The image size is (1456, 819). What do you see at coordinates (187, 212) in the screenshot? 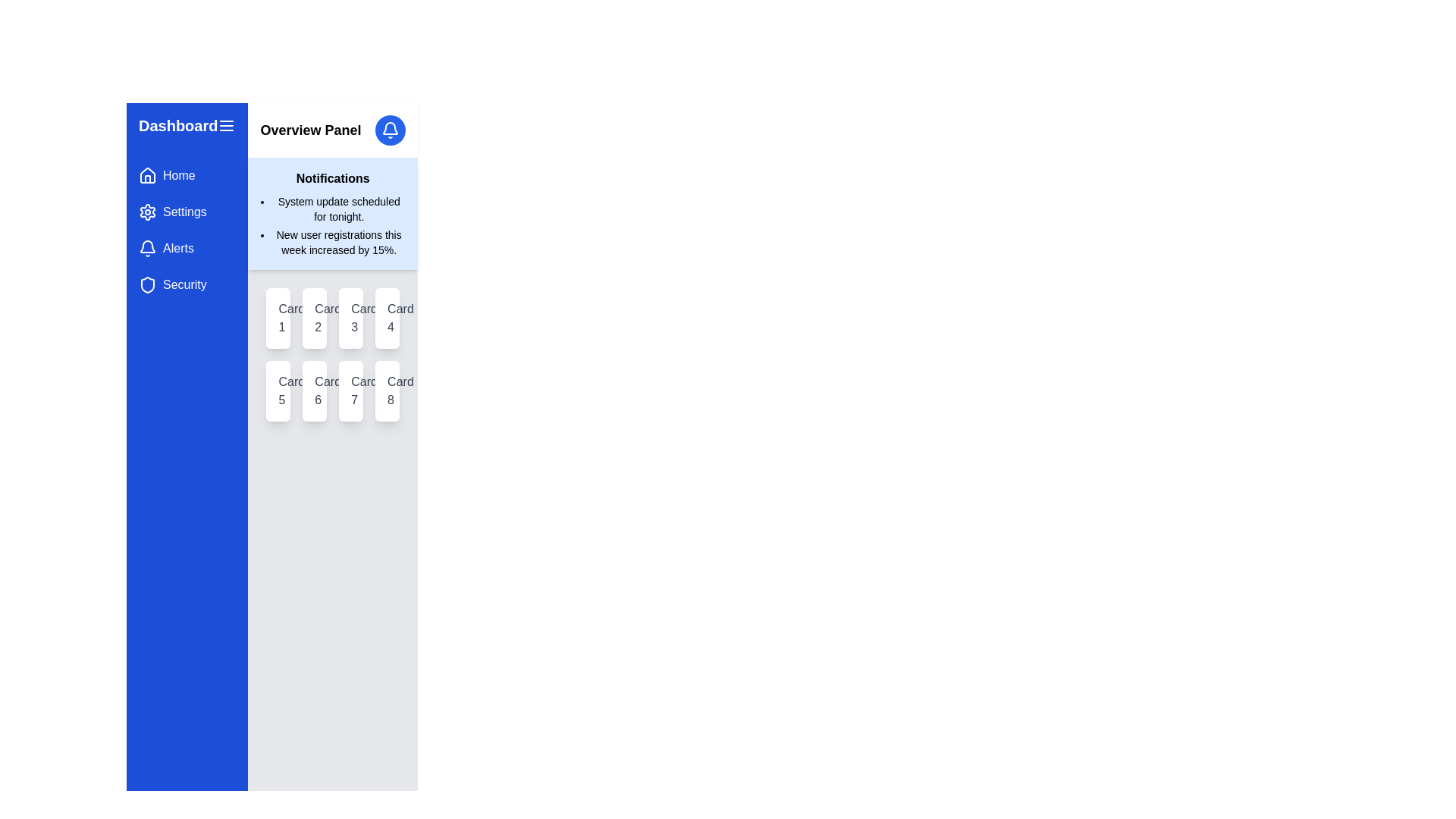
I see `the 'Settings' button with a cogwheel icon located in the sidebar, directly below the 'Home' navigation item` at bounding box center [187, 212].